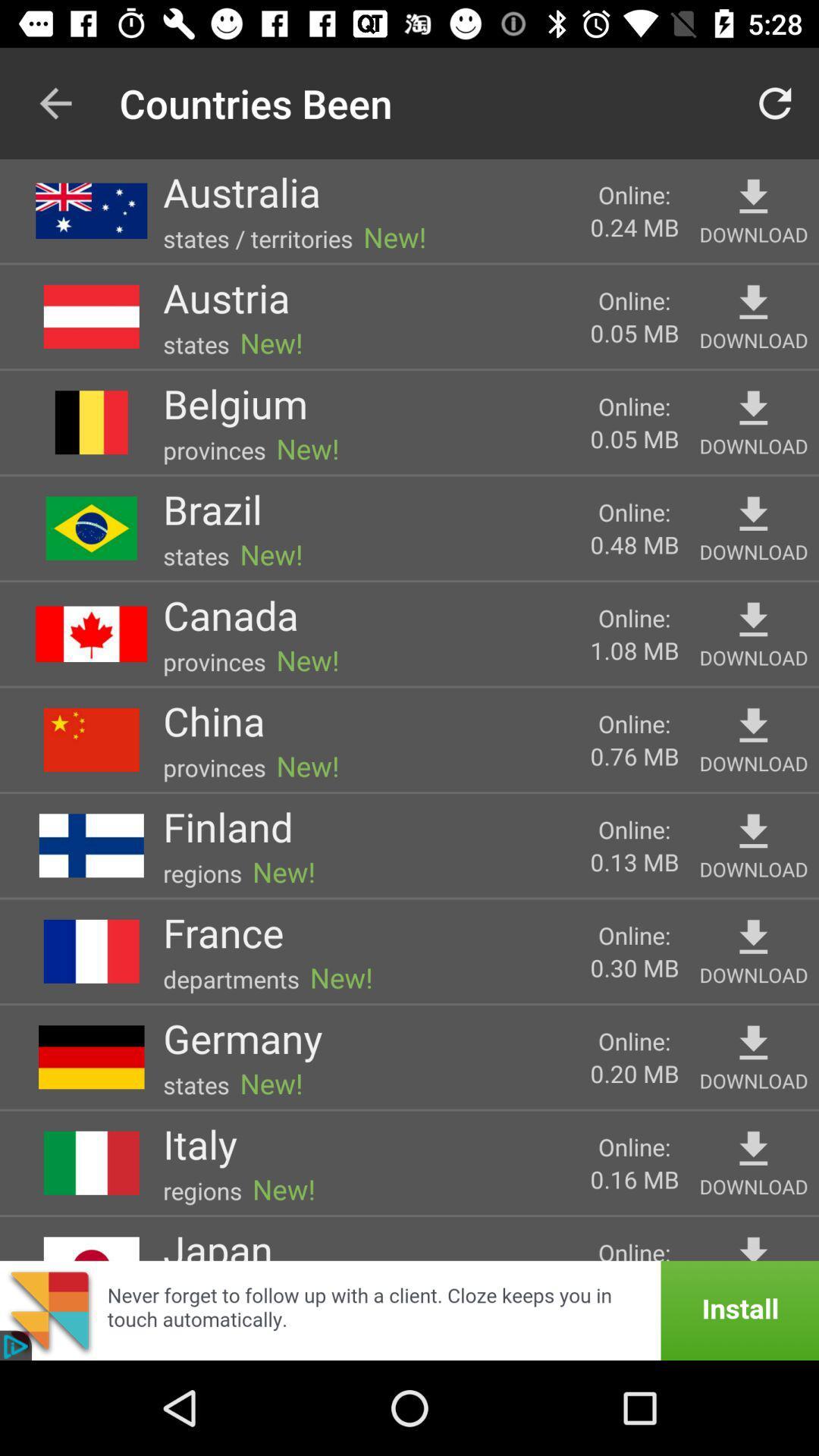 Image resolution: width=819 pixels, height=1456 pixels. Describe the element at coordinates (226, 297) in the screenshot. I see `the icon next to the 0.05 mb item` at that location.